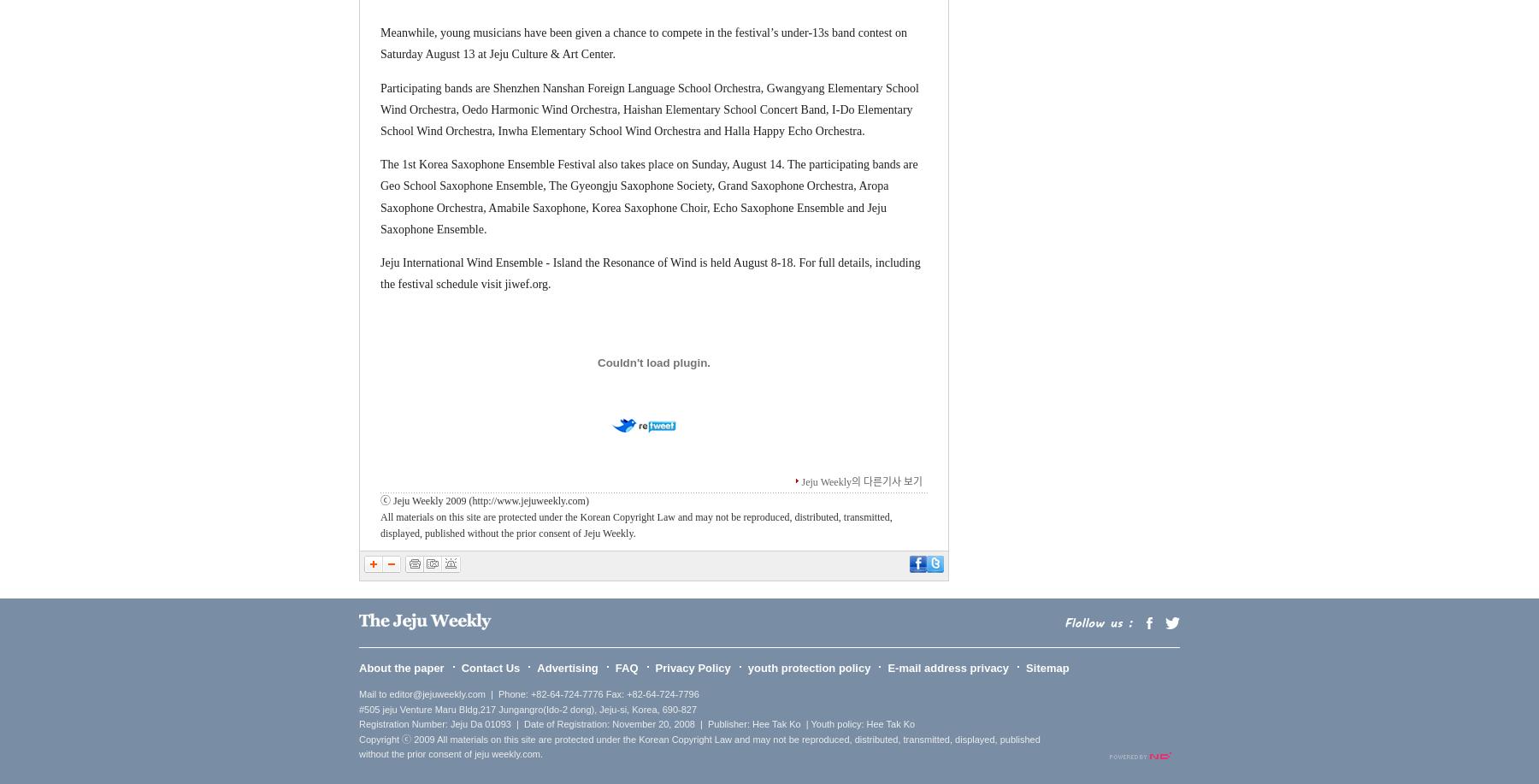  Describe the element at coordinates (537, 666) in the screenshot. I see `'Advertising'` at that location.